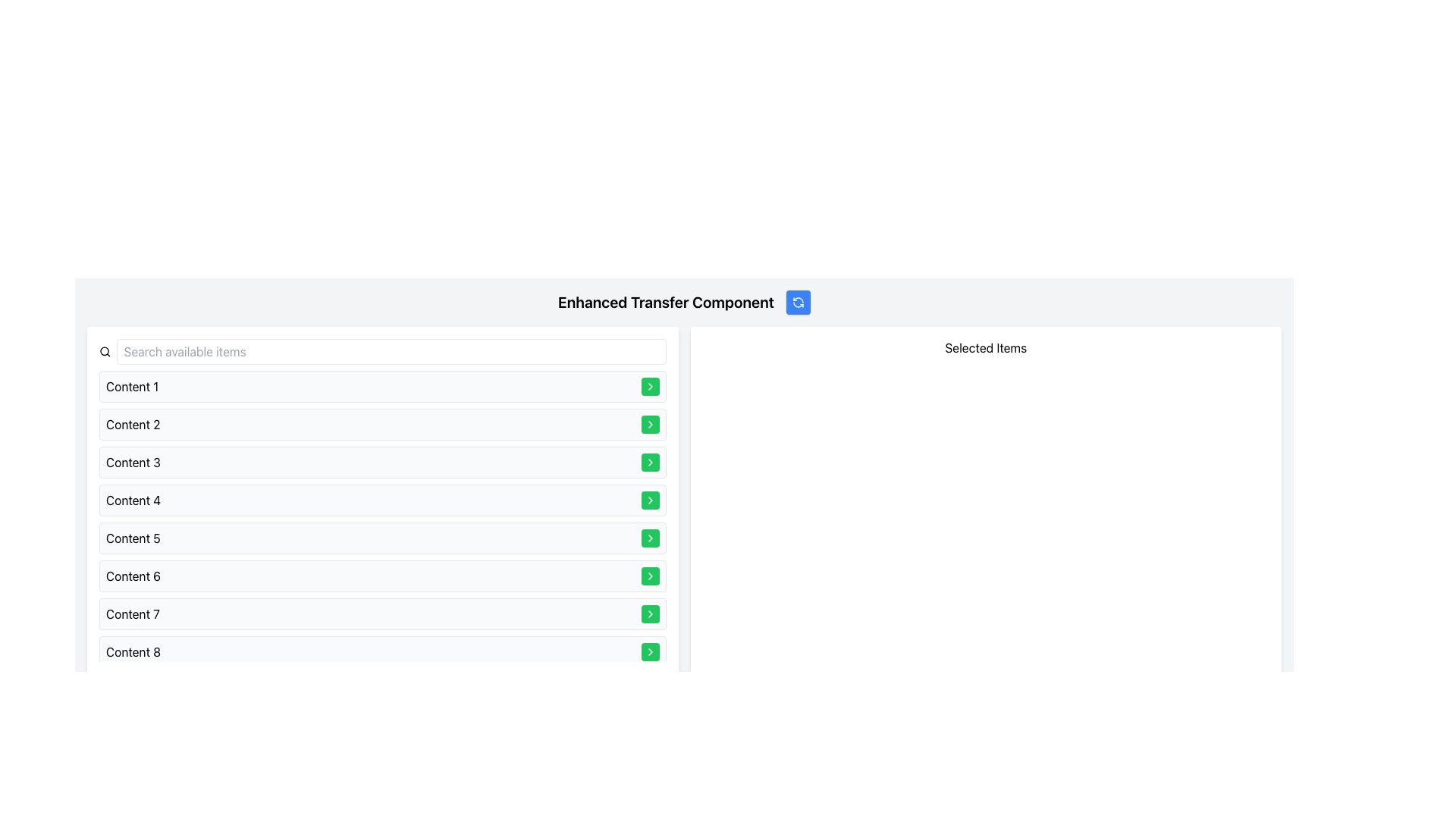 This screenshot has height=819, width=1456. I want to click on the rightmost button associated with 'Content 5', so click(650, 537).